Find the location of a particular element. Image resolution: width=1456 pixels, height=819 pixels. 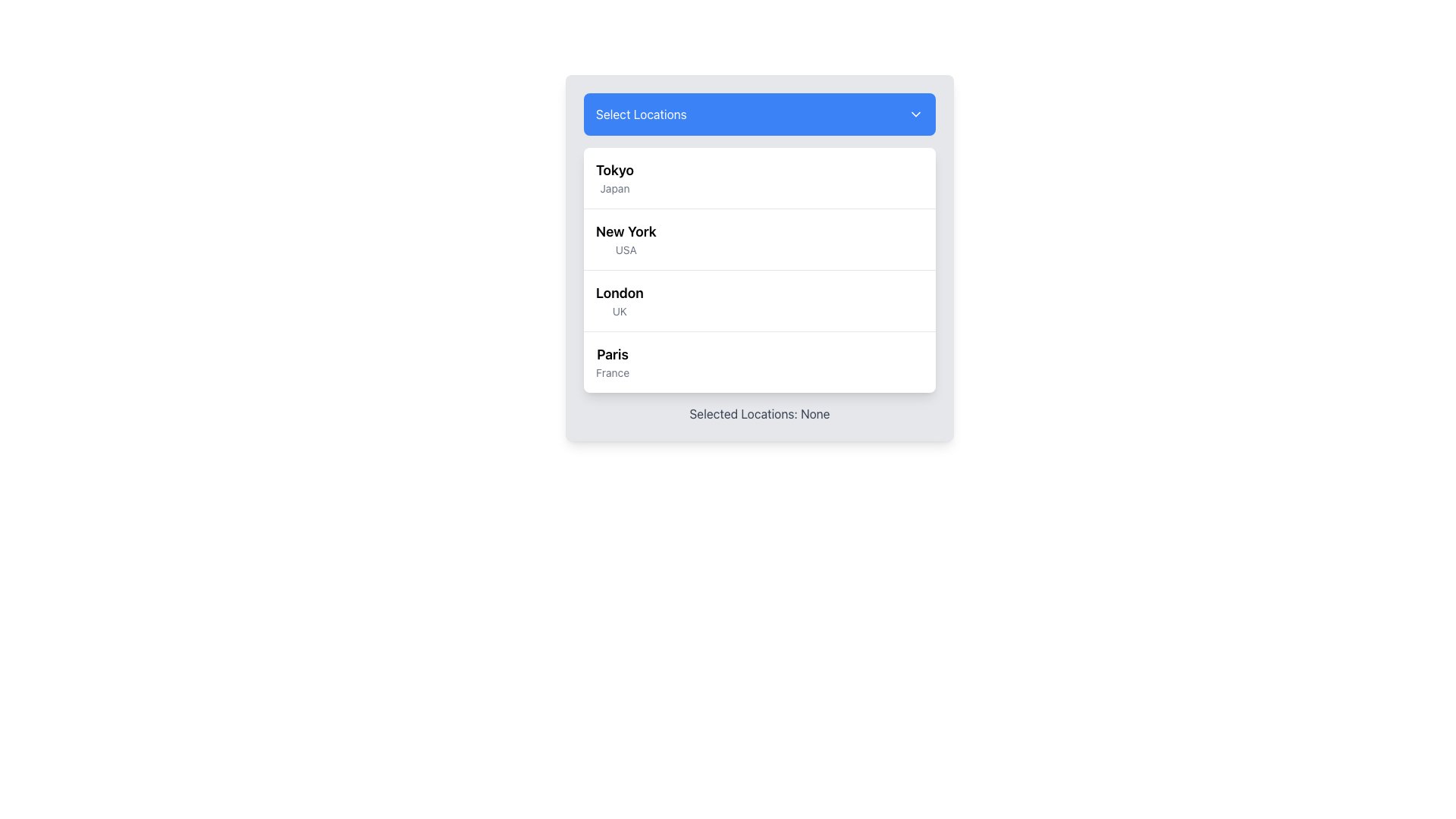

the selectable list item for 'Paris, France' in the dropdown menu is located at coordinates (760, 362).